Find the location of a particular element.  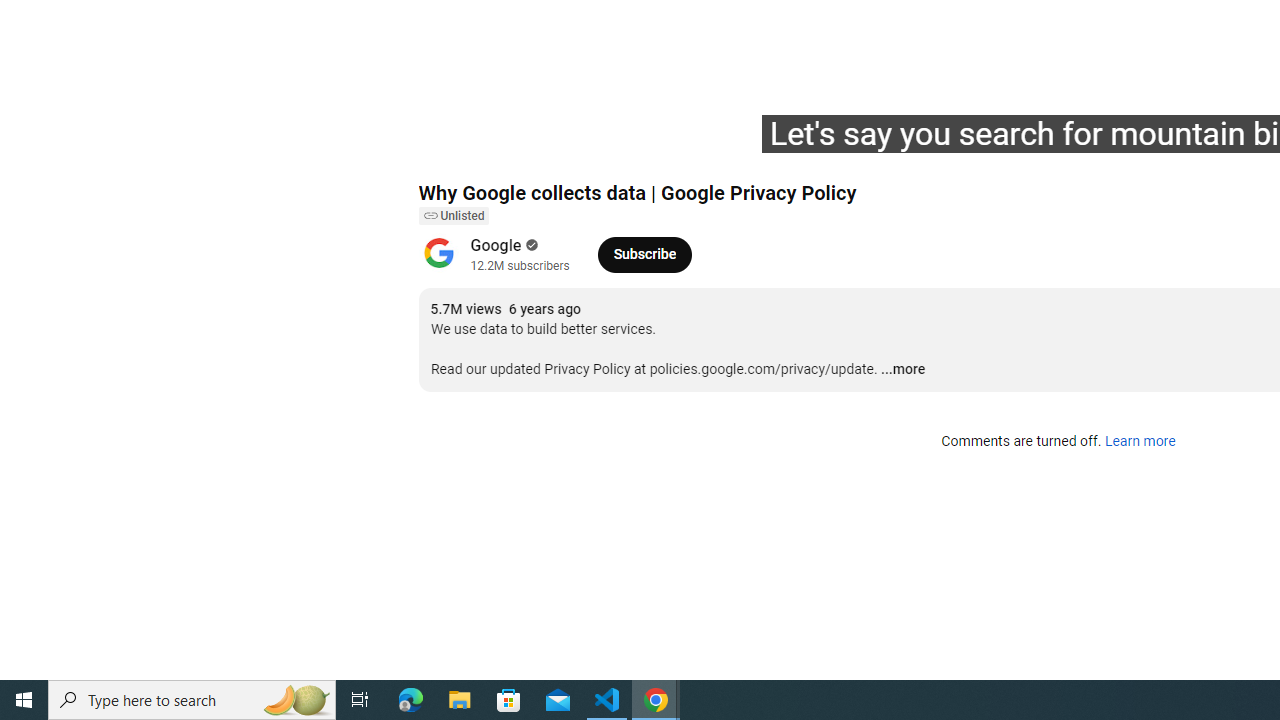

'...more' is located at coordinates (902, 370).